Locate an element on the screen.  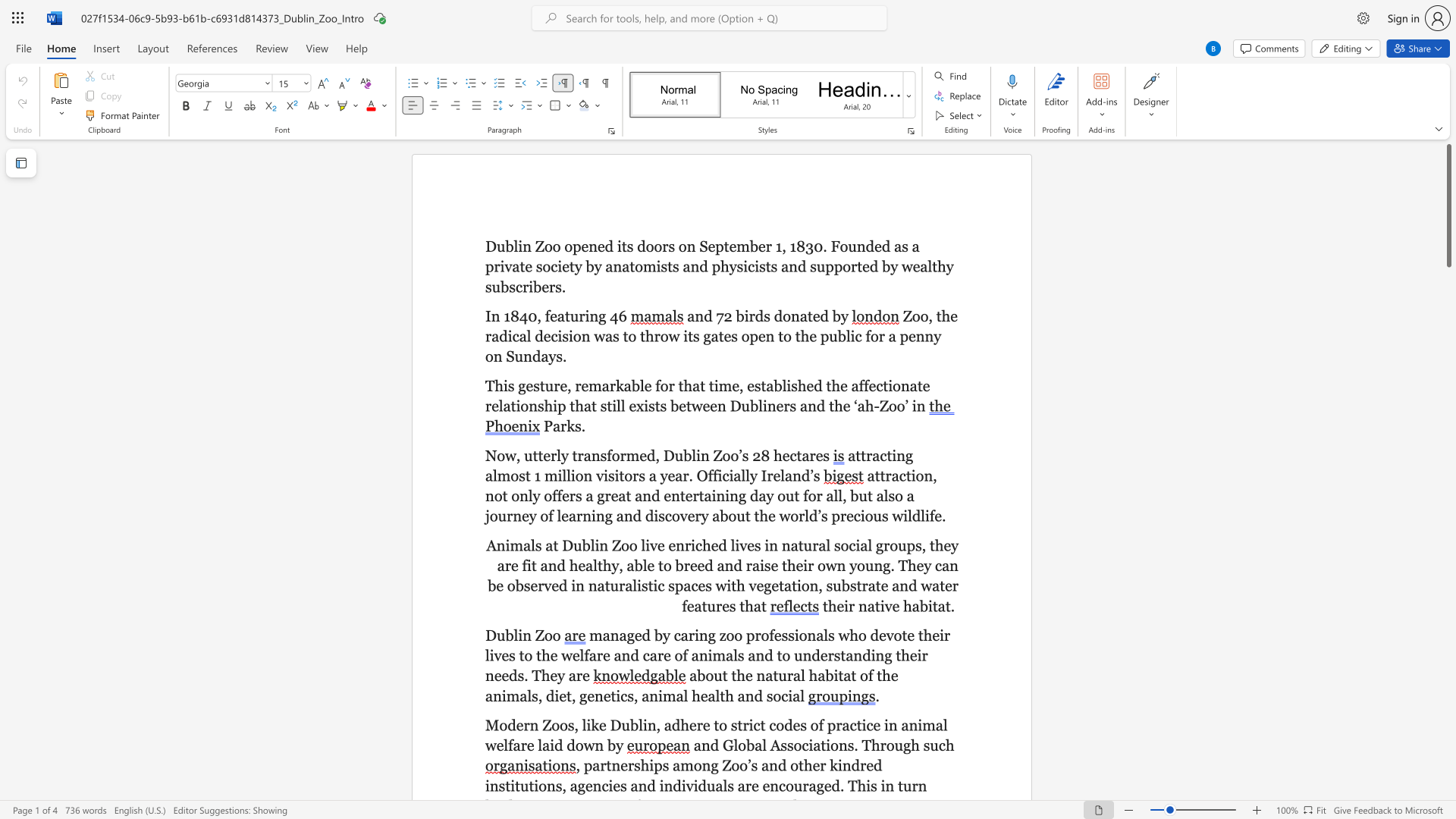
the 1th character "e" in the text is located at coordinates (546, 454).